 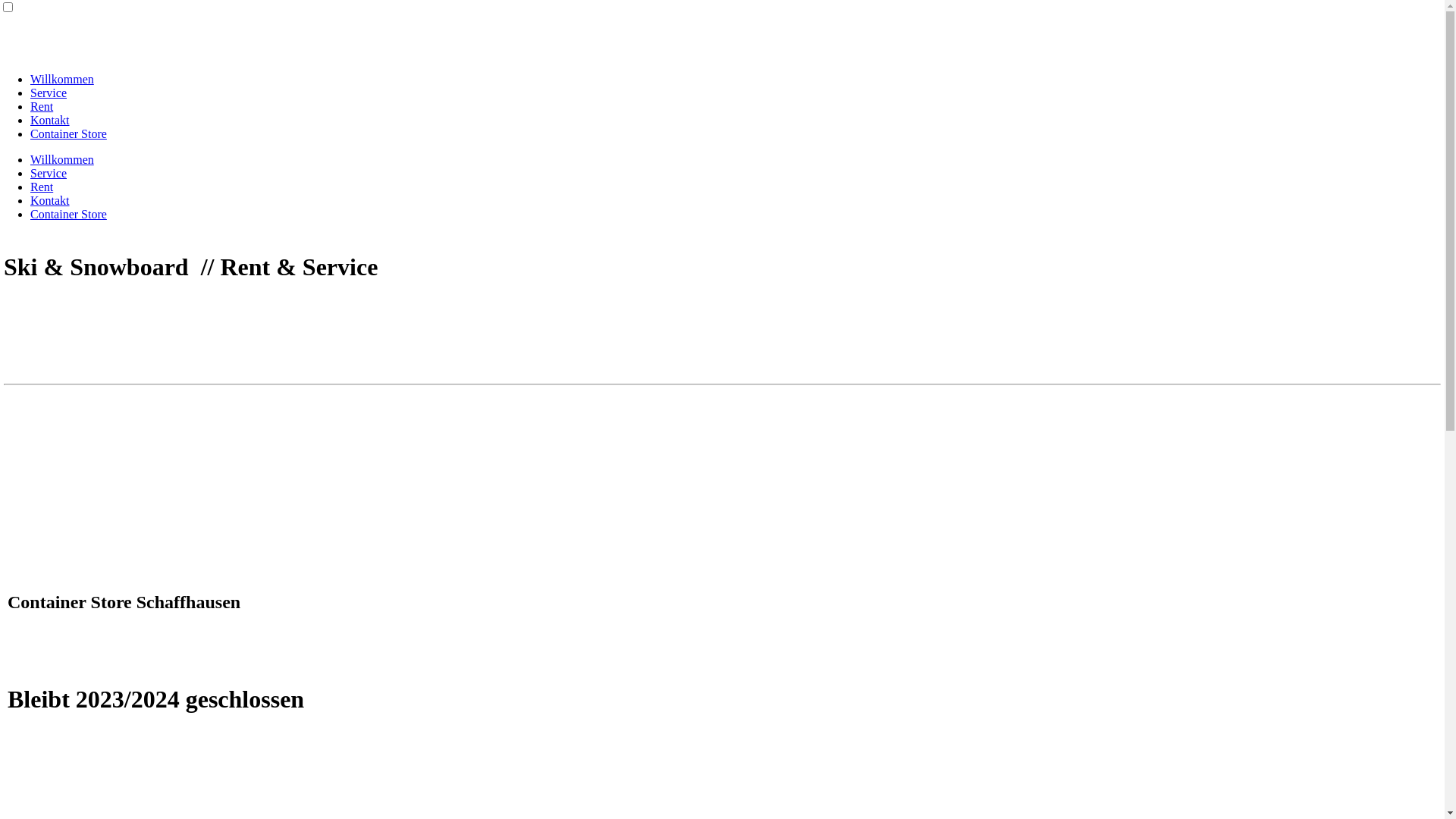 I want to click on 'Willkommen', so click(x=61, y=159).